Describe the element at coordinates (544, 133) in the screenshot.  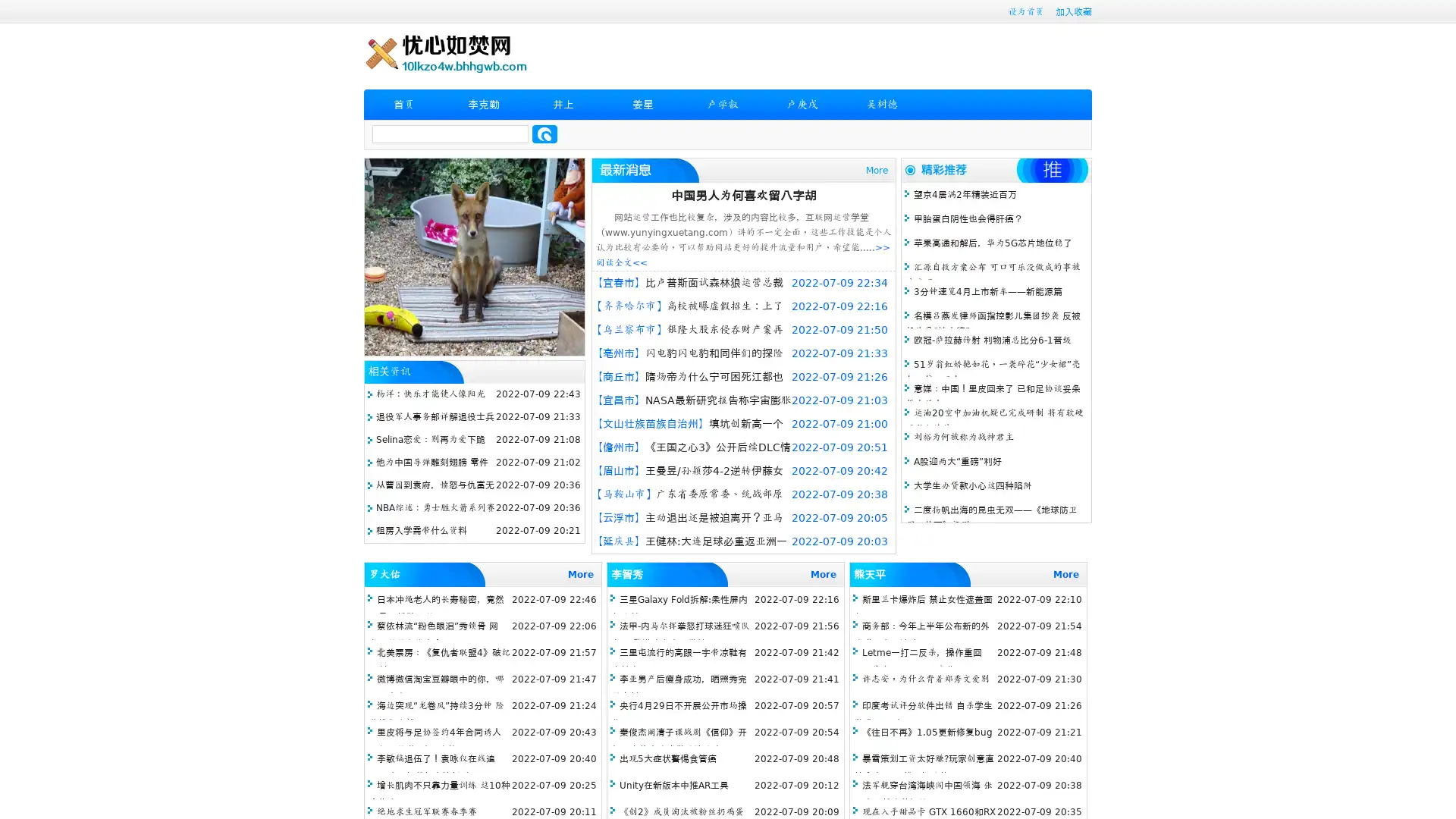
I see `Search` at that location.